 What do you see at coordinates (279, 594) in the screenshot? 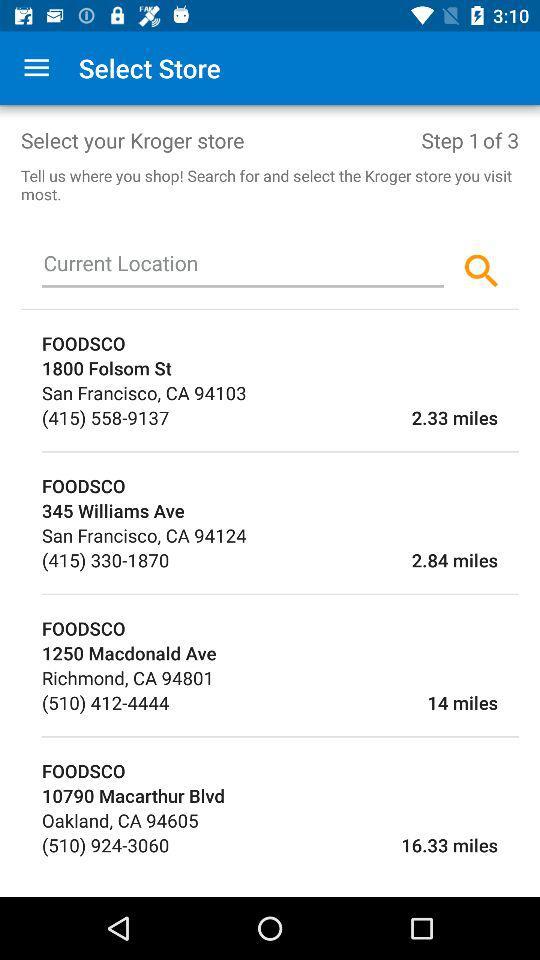
I see `the icon below the (415) 330-1870` at bounding box center [279, 594].